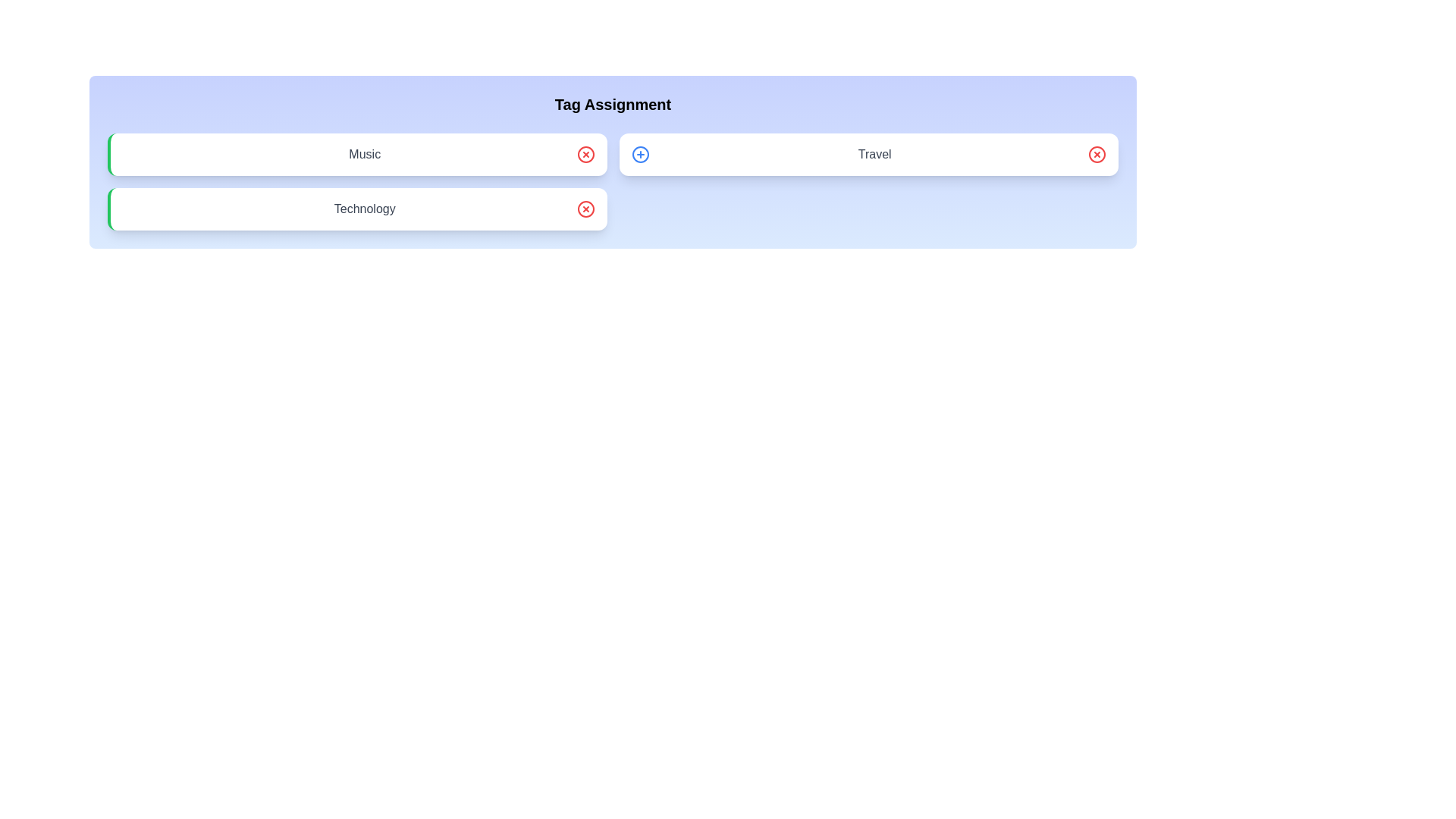 The width and height of the screenshot is (1456, 819). I want to click on the tag labeled 'Technology' to observe hover-specific effects, so click(356, 209).